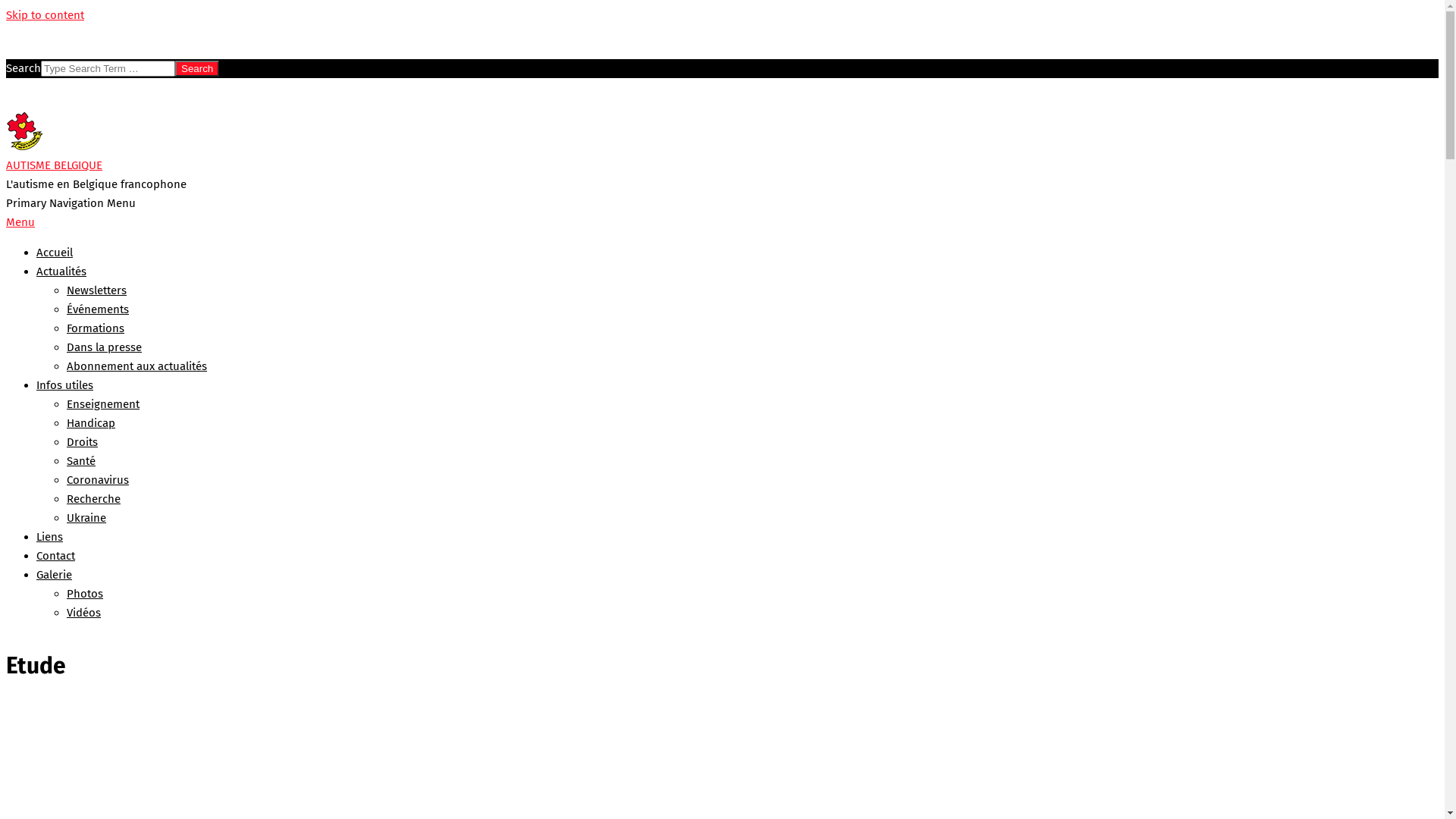 This screenshot has height=819, width=1456. I want to click on 'Contact', so click(55, 555).